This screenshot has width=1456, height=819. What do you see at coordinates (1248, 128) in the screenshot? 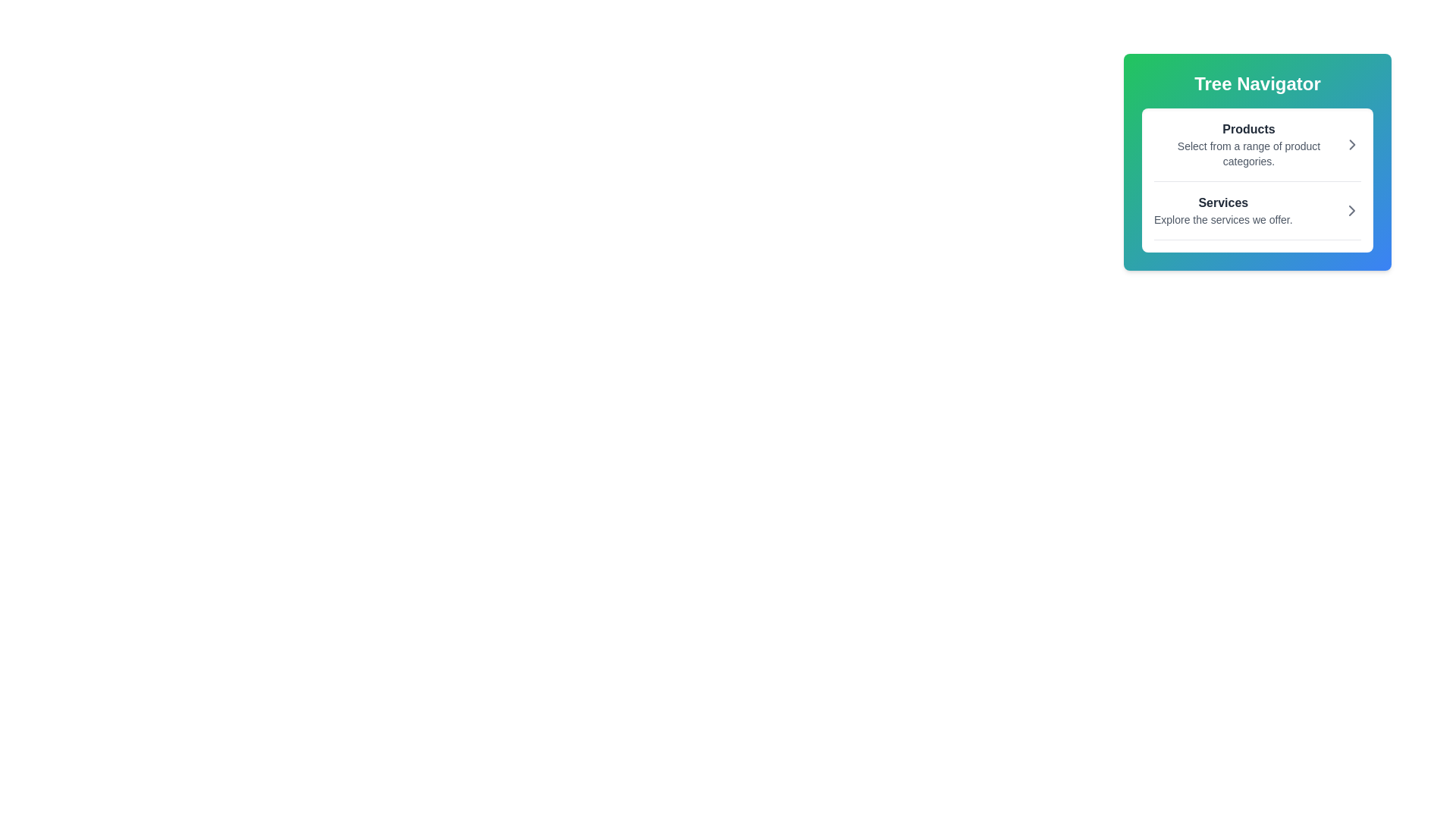
I see `the static text label displaying 'Products' in bold dark gray font, located at the top of the 'Tree Navigator' card` at bounding box center [1248, 128].